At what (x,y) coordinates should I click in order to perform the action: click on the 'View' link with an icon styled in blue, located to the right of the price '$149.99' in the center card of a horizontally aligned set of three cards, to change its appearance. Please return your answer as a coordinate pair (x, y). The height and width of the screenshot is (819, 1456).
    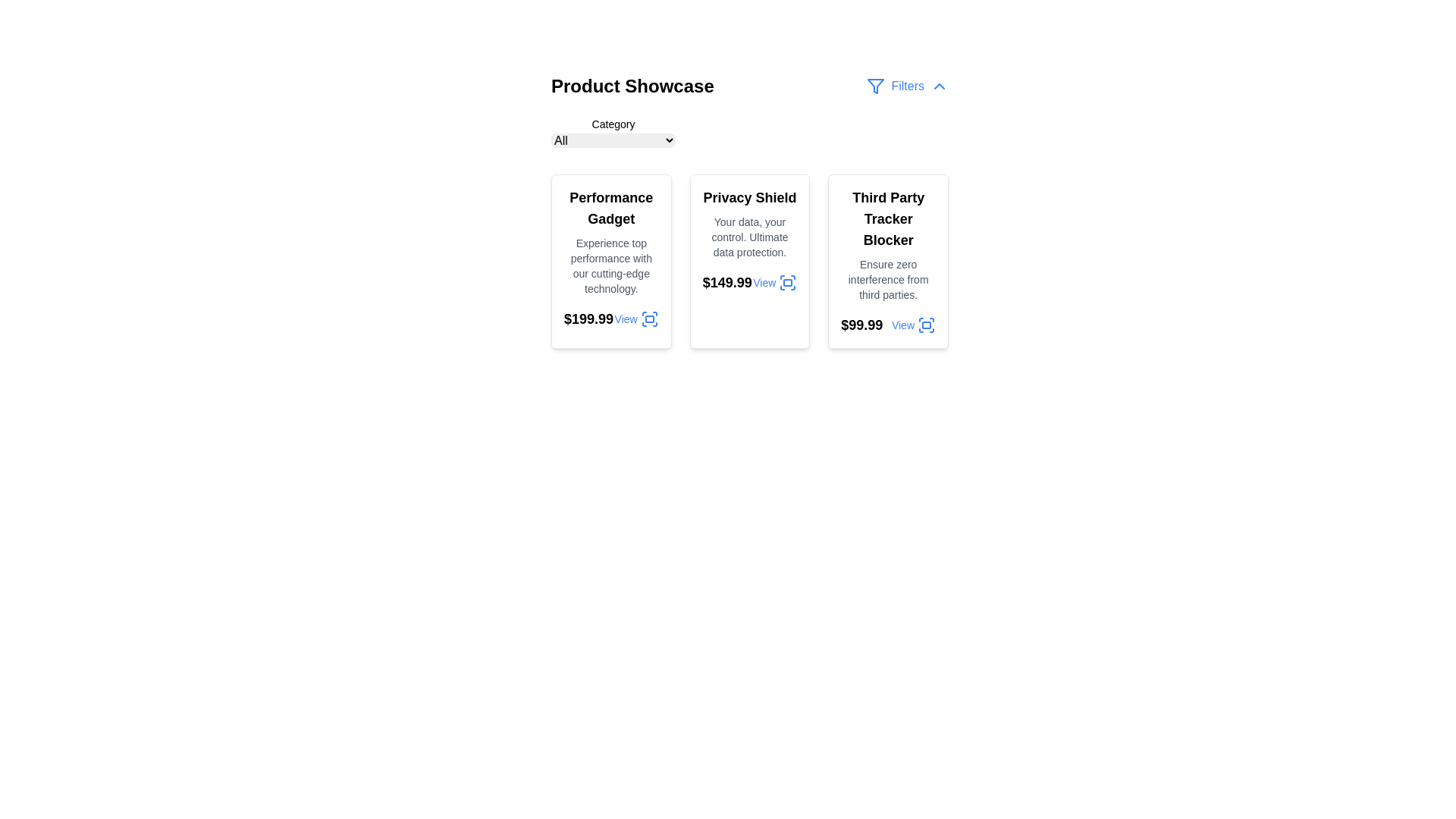
    Looking at the image, I should click on (775, 283).